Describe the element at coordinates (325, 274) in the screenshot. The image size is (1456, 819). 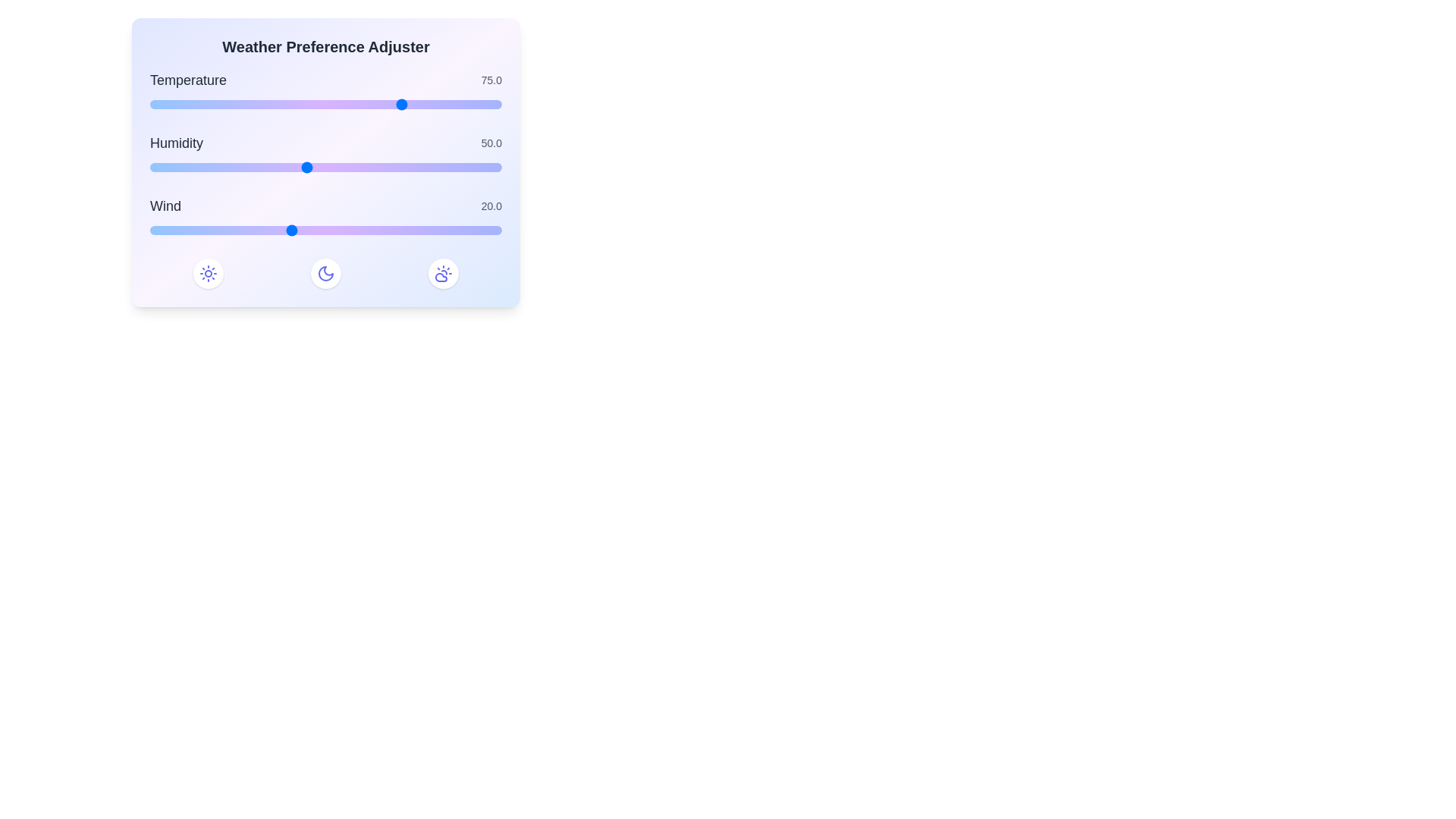
I see `the crescent moon icon styled in blue, located` at that location.